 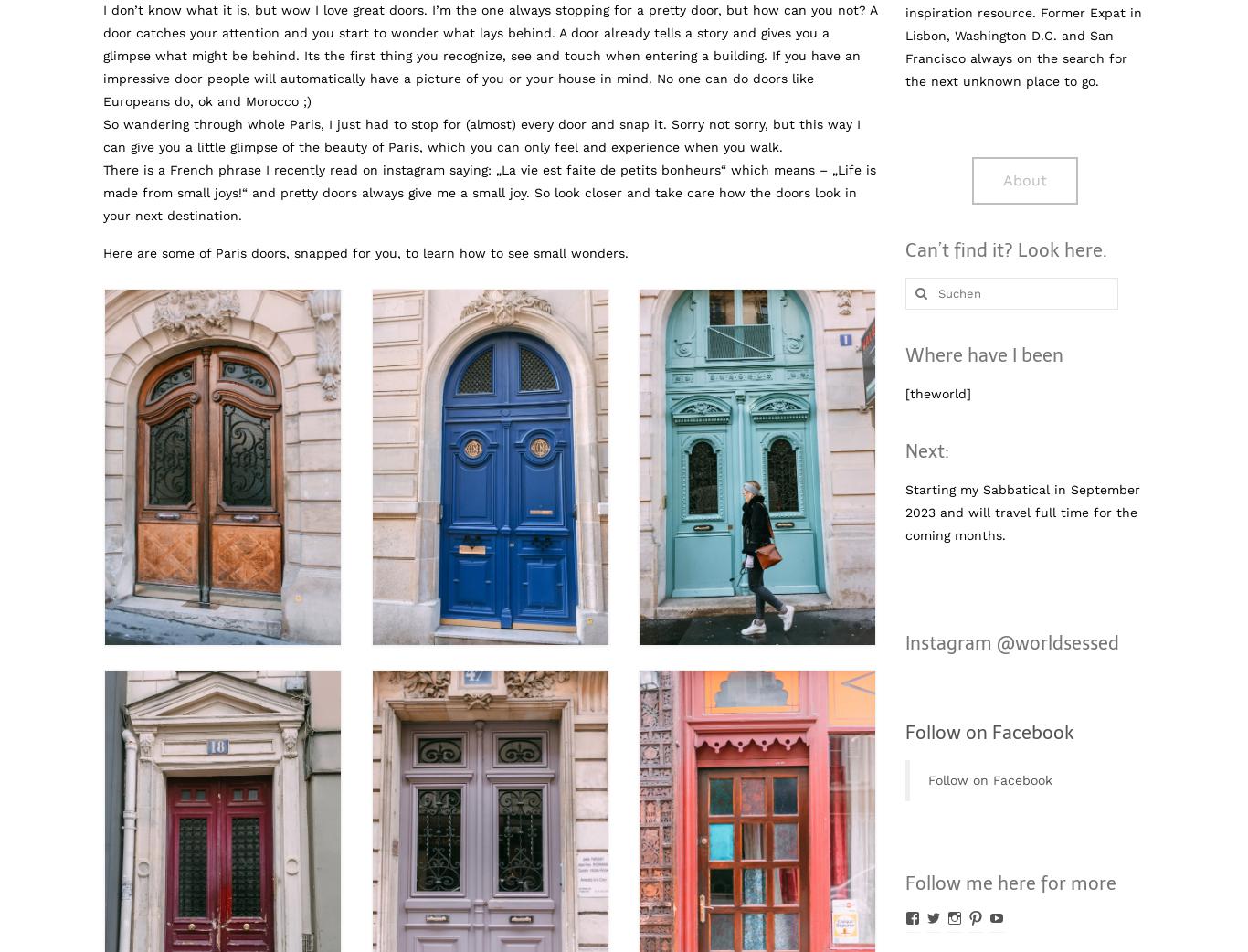 What do you see at coordinates (982, 354) in the screenshot?
I see `'Where have I been'` at bounding box center [982, 354].